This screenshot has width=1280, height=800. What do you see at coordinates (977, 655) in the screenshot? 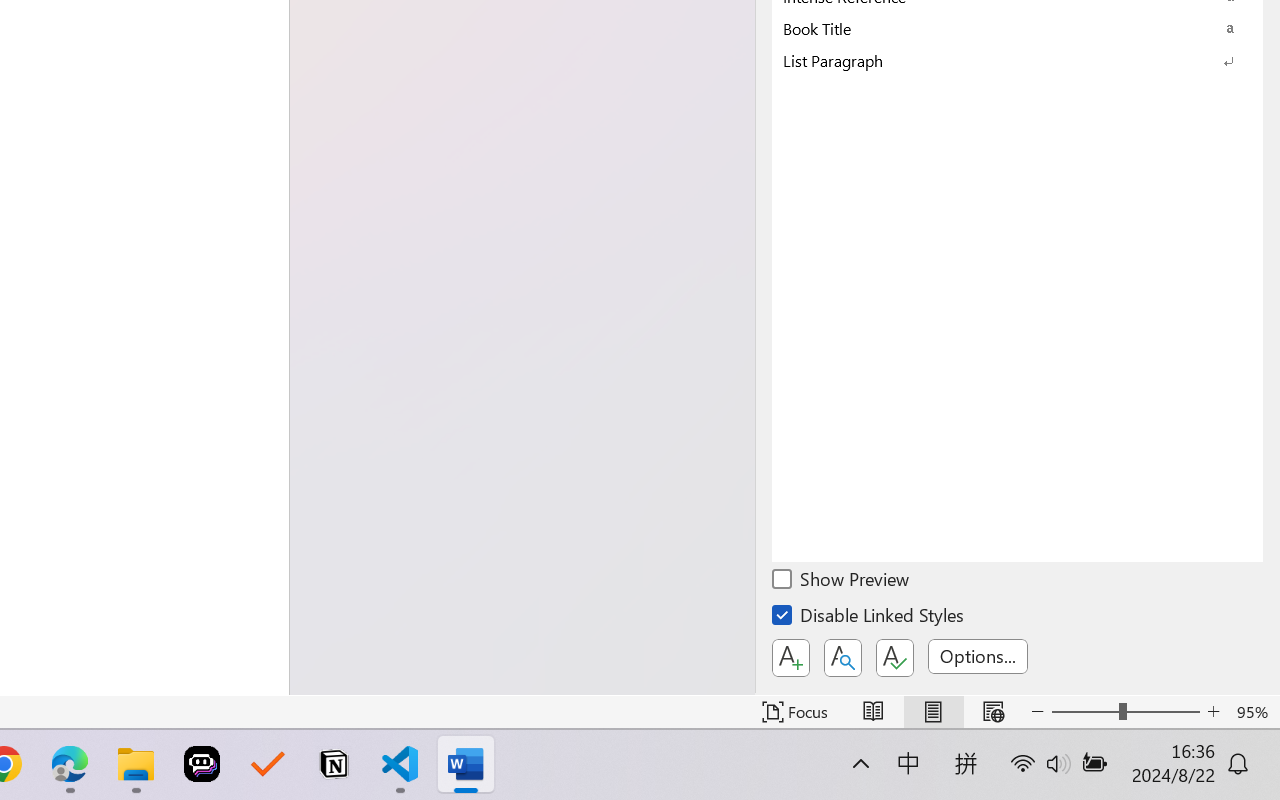
I see `'Options...'` at bounding box center [977, 655].